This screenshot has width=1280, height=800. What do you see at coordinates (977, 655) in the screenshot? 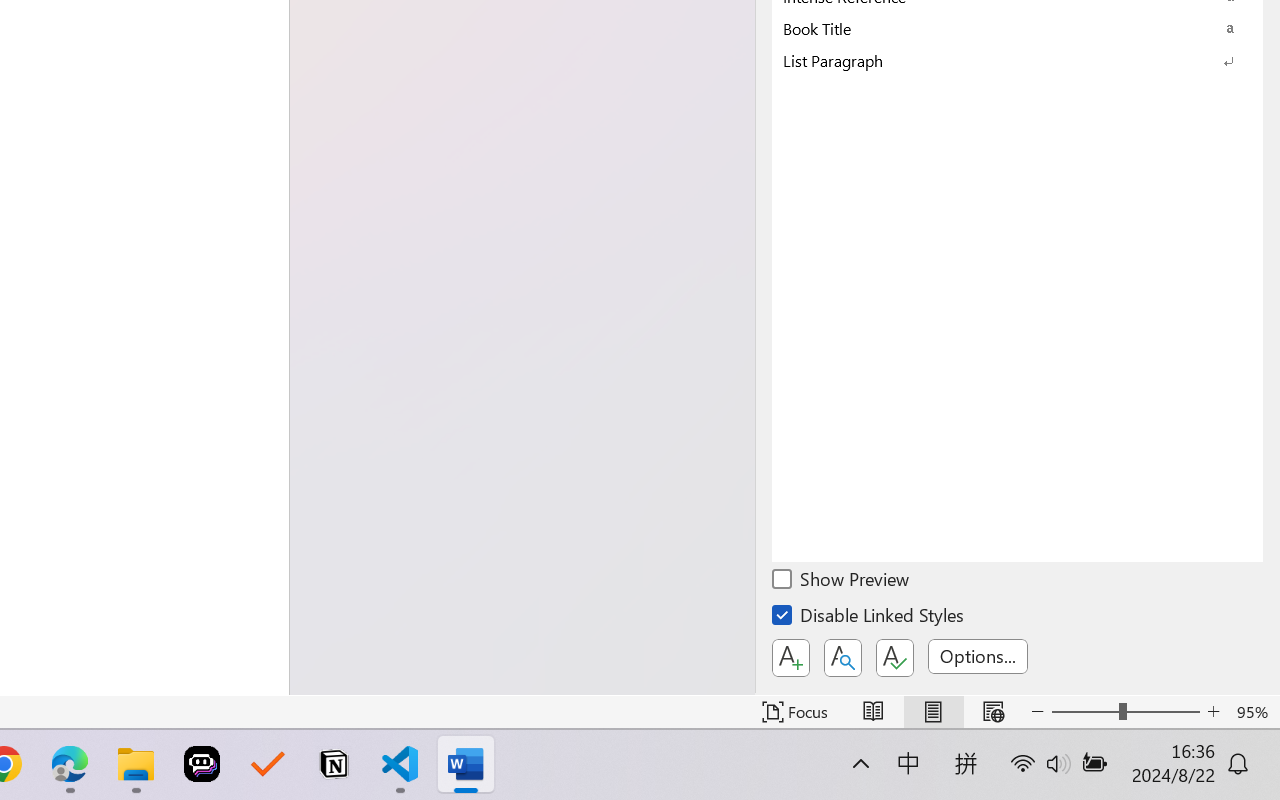
I see `'Options...'` at bounding box center [977, 655].